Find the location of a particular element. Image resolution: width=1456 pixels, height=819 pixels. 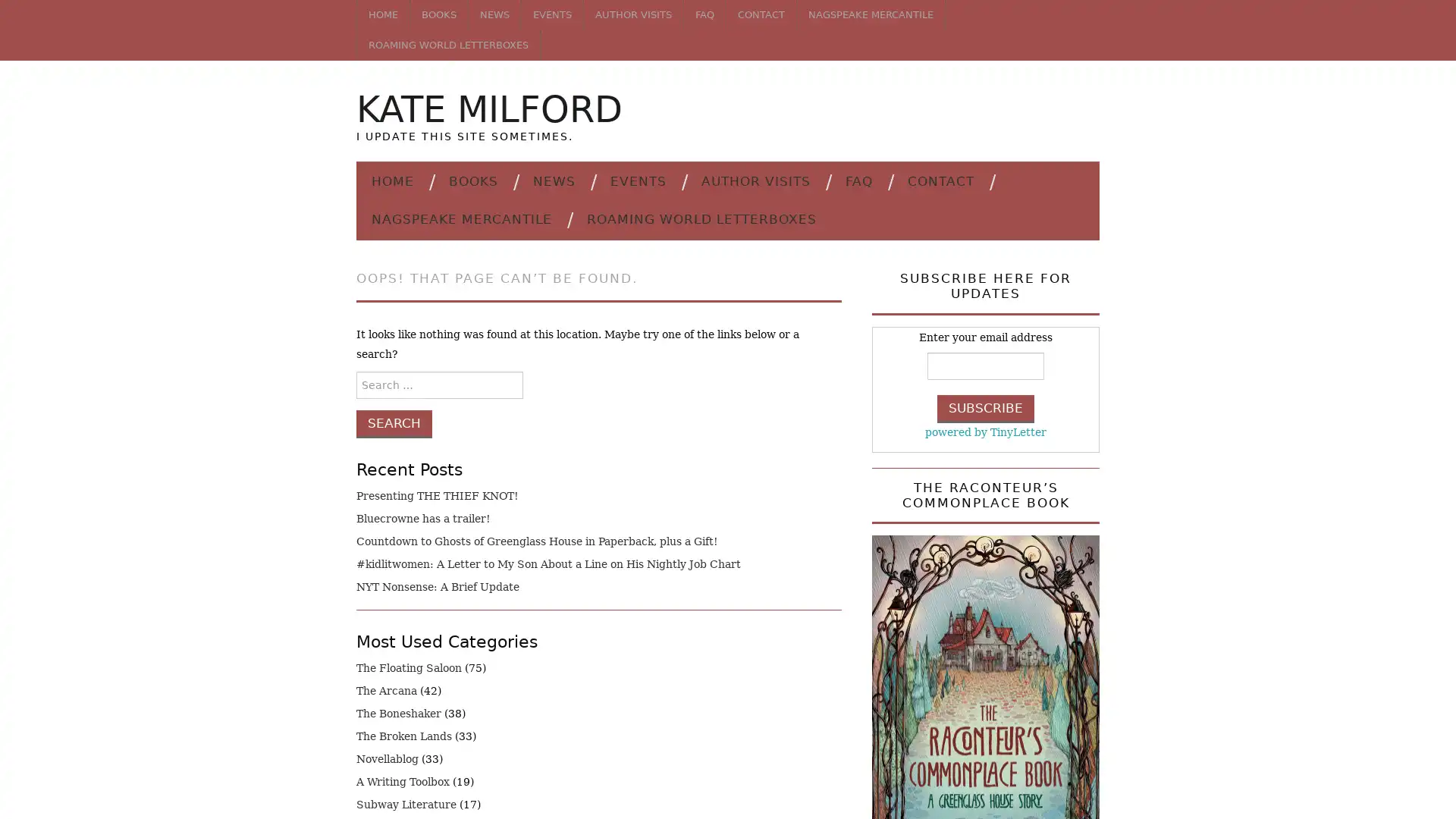

Search is located at coordinates (394, 423).